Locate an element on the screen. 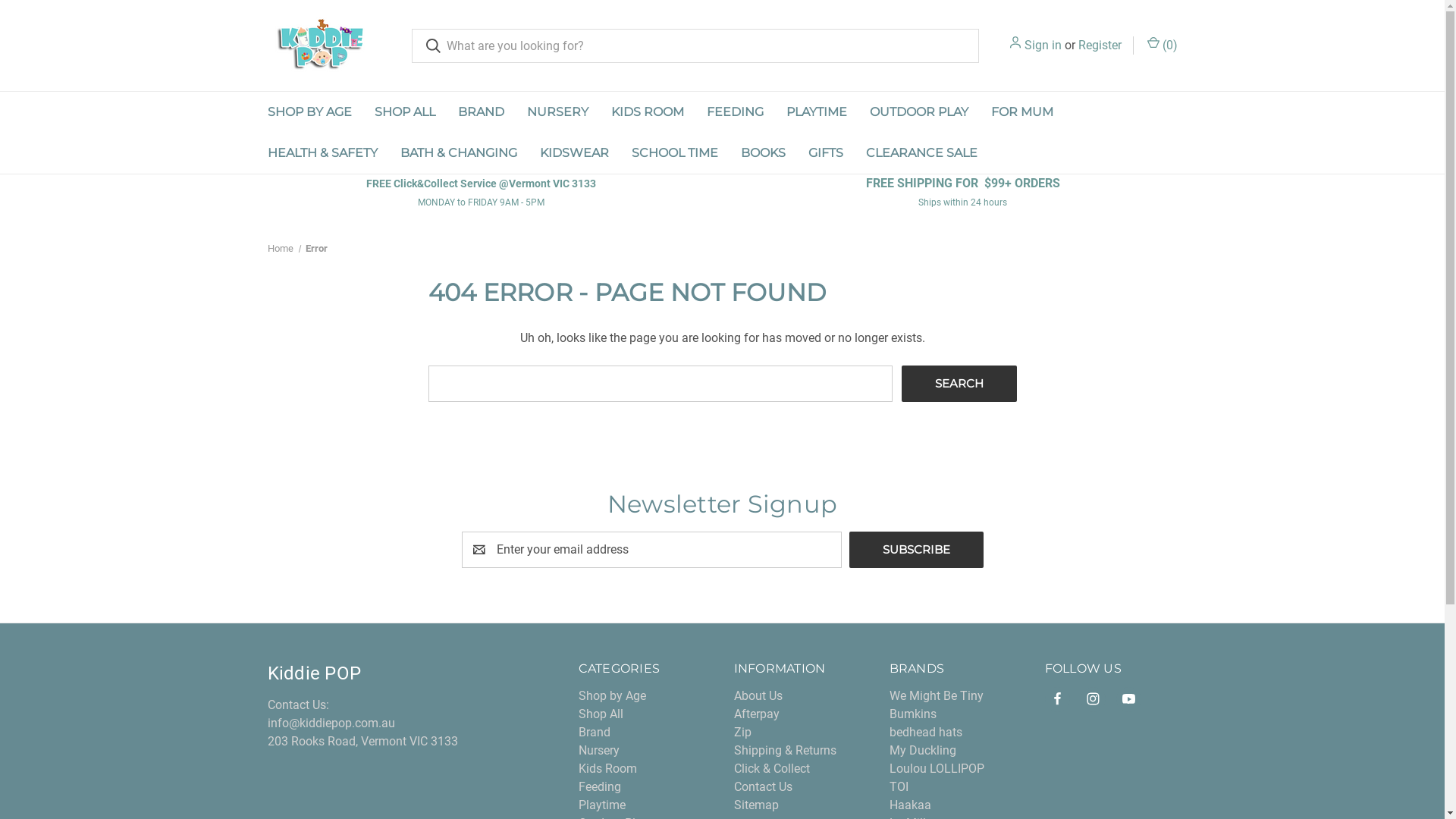 The width and height of the screenshot is (1456, 819). 'bedhead hats' is located at coordinates (924, 731).